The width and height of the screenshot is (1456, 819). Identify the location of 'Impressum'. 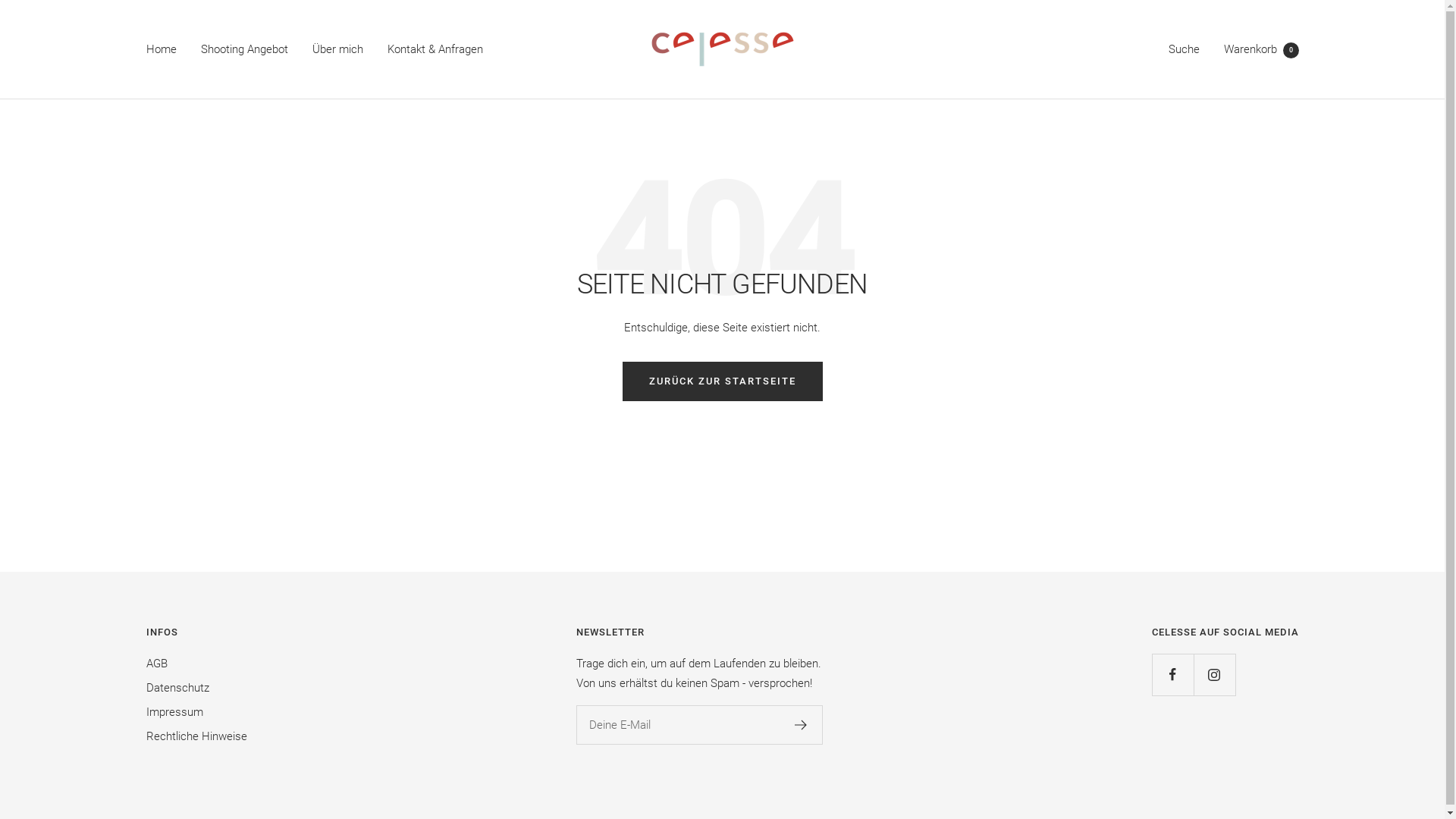
(174, 711).